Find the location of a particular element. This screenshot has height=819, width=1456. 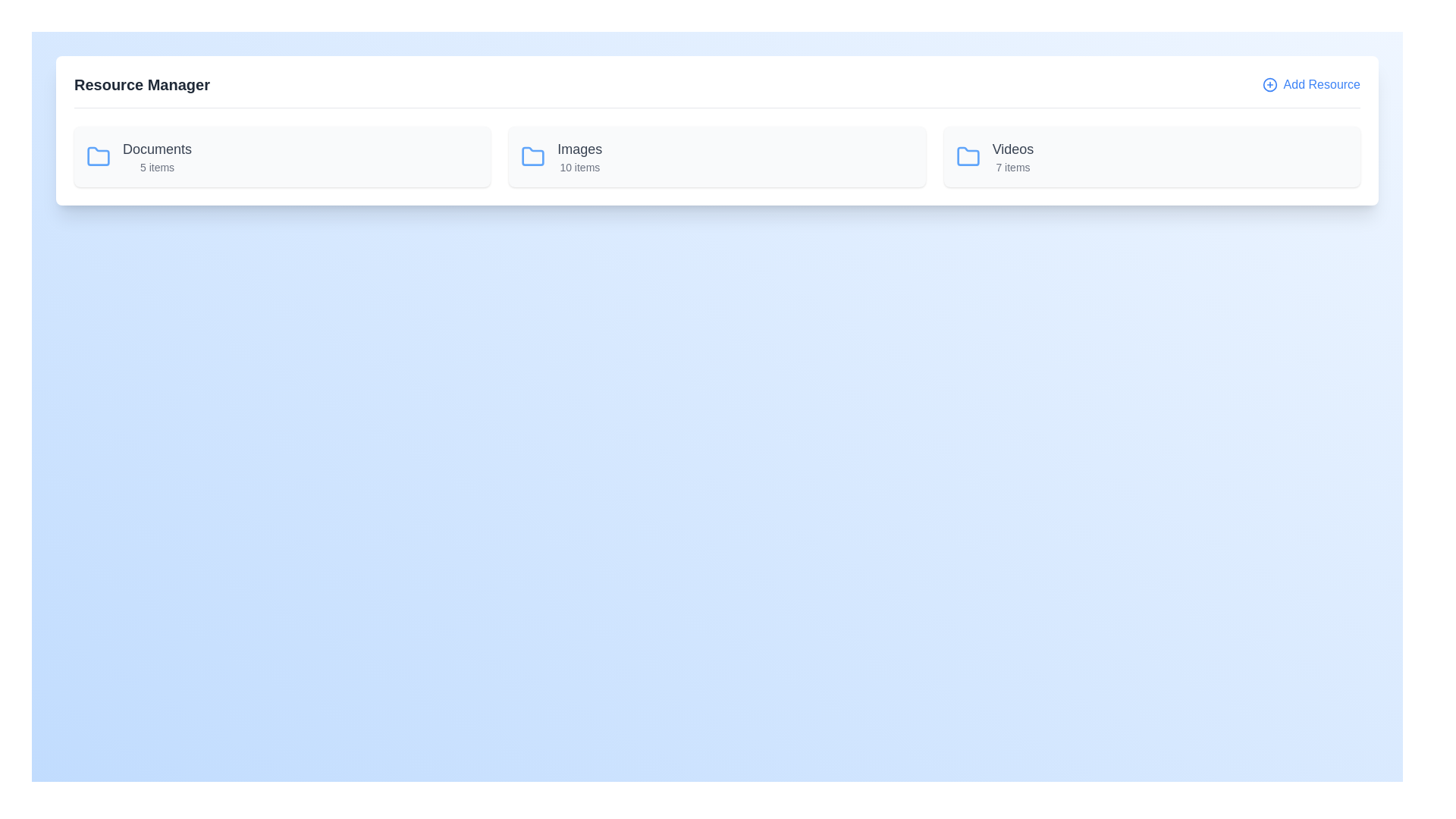

the static text label that provides descriptive information about the 'Videos' folder, located directly beneath the 'Videos' text is located at coordinates (1012, 167).